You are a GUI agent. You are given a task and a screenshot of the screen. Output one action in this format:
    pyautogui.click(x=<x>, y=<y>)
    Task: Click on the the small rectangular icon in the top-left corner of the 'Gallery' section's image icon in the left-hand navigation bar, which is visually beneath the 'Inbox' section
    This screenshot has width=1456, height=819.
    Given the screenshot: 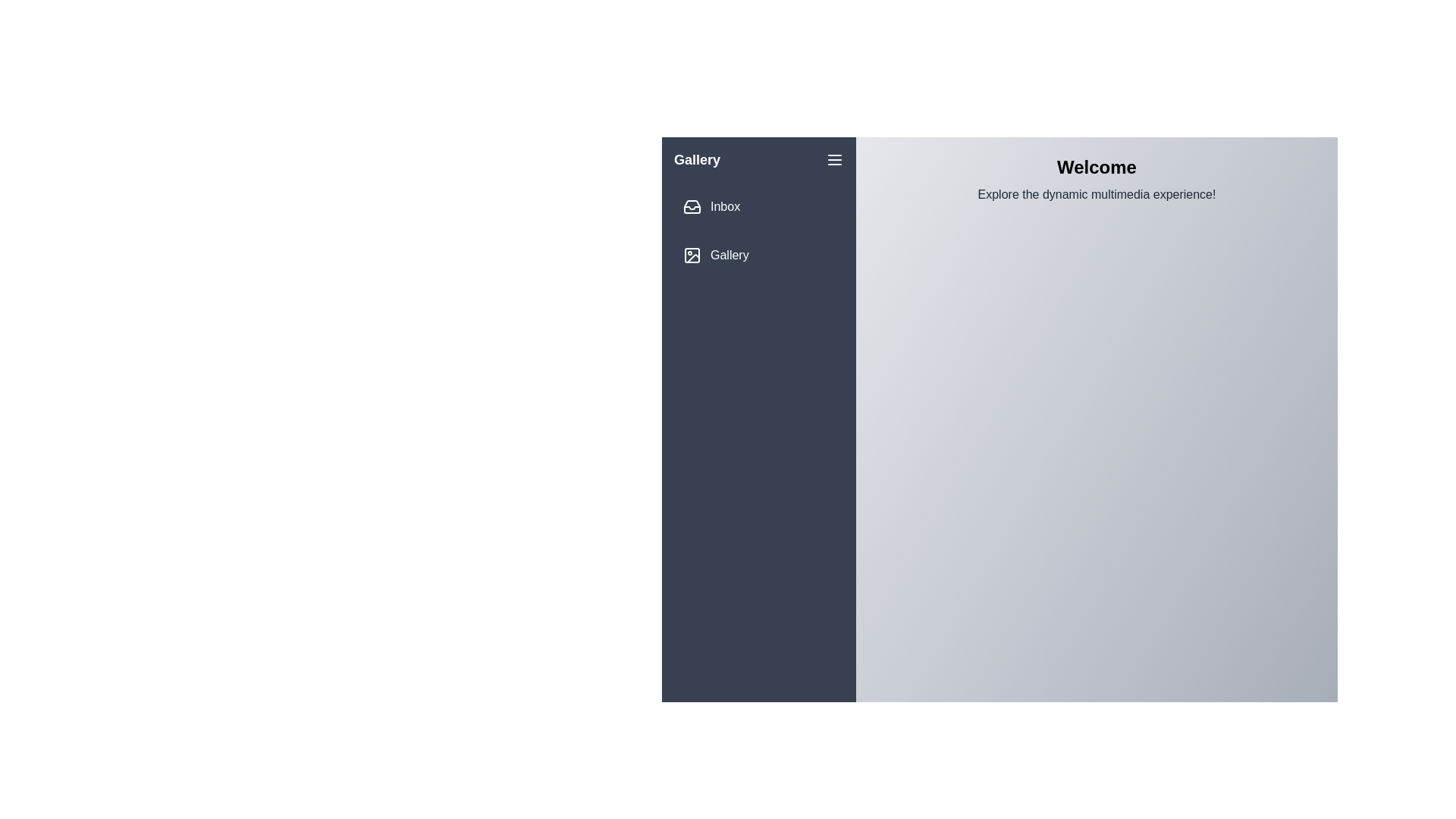 What is the action you would take?
    pyautogui.click(x=691, y=254)
    